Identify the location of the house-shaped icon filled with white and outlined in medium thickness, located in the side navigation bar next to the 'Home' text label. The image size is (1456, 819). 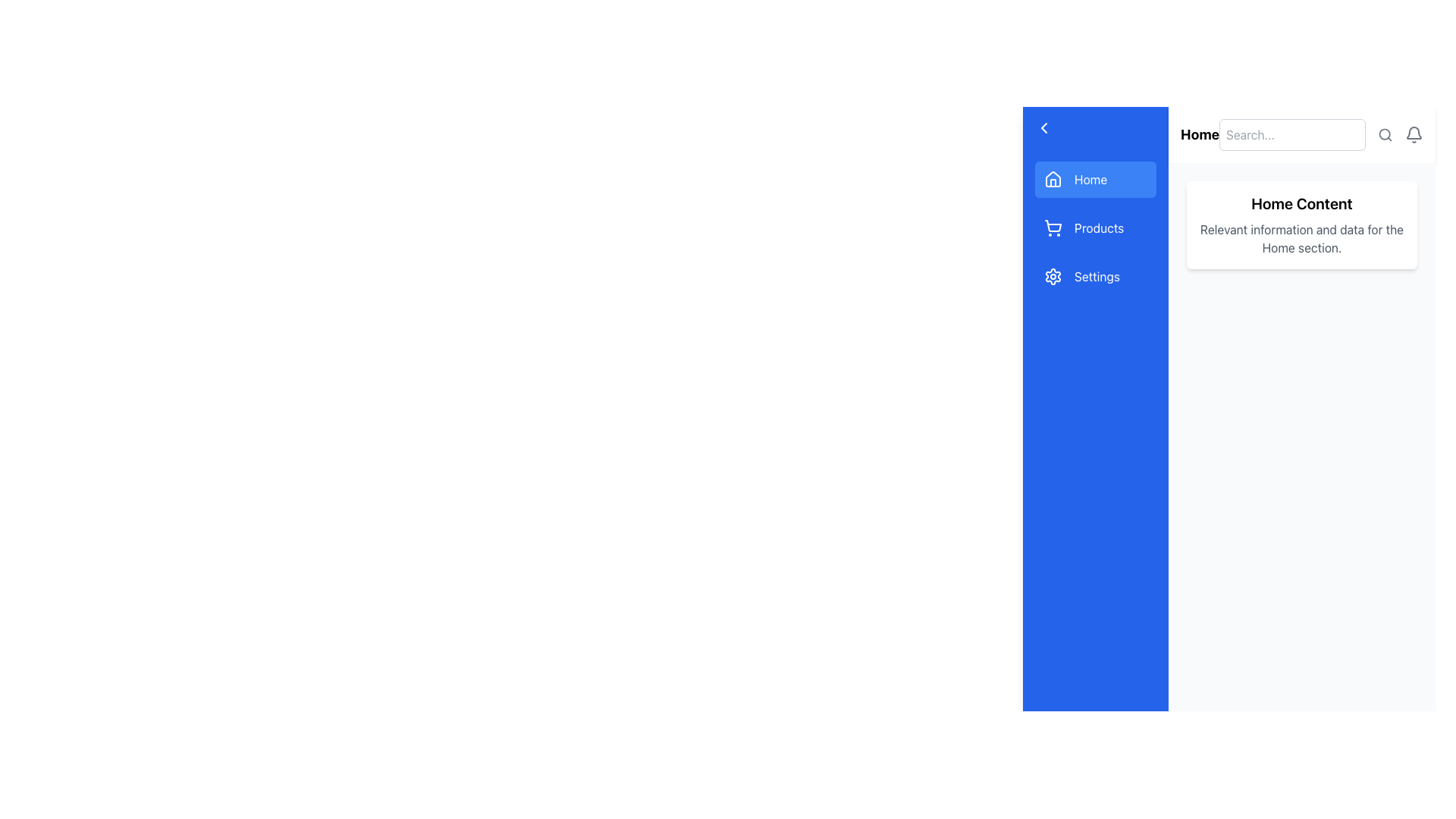
(1052, 177).